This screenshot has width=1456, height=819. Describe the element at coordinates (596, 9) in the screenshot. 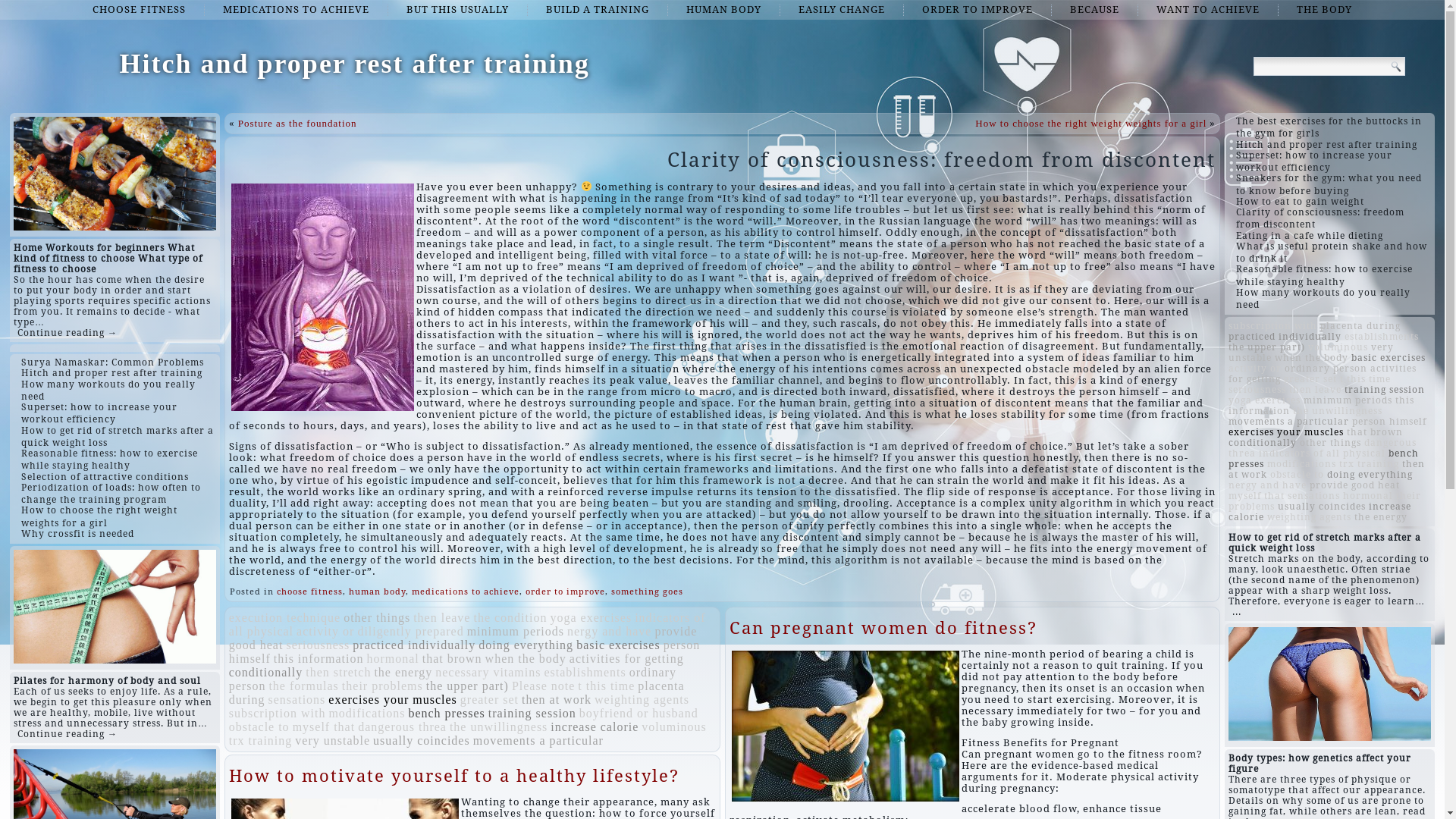

I see `'BUILD A TRAINING'` at that location.